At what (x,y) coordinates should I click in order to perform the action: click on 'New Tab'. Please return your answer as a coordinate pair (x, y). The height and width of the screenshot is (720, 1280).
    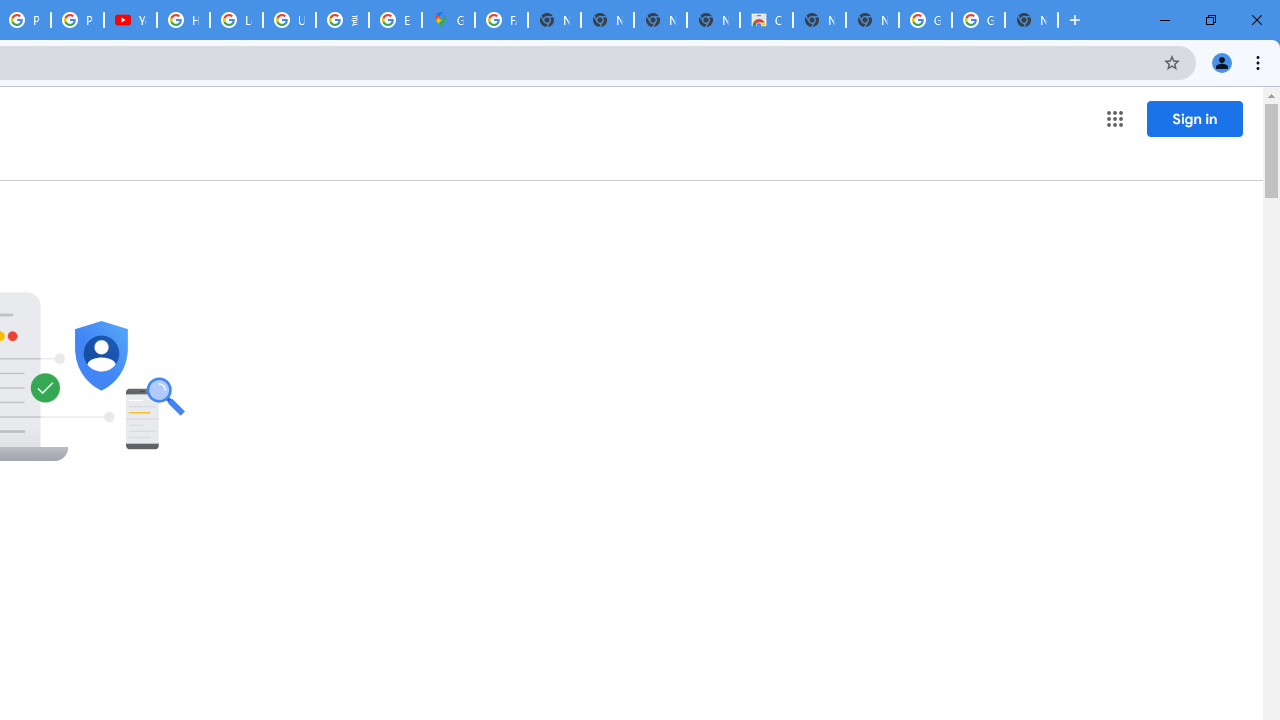
    Looking at the image, I should click on (1031, 20).